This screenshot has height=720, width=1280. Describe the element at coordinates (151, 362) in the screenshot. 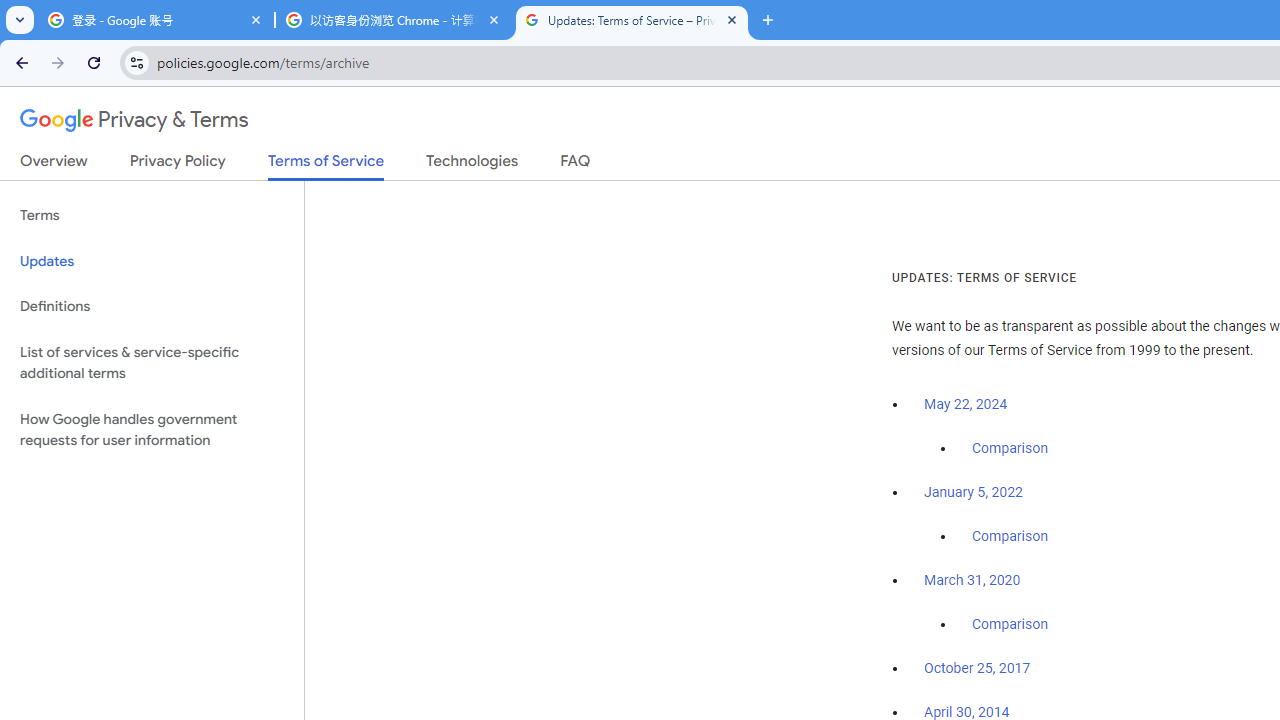

I see `'List of services & service-specific additional terms'` at that location.